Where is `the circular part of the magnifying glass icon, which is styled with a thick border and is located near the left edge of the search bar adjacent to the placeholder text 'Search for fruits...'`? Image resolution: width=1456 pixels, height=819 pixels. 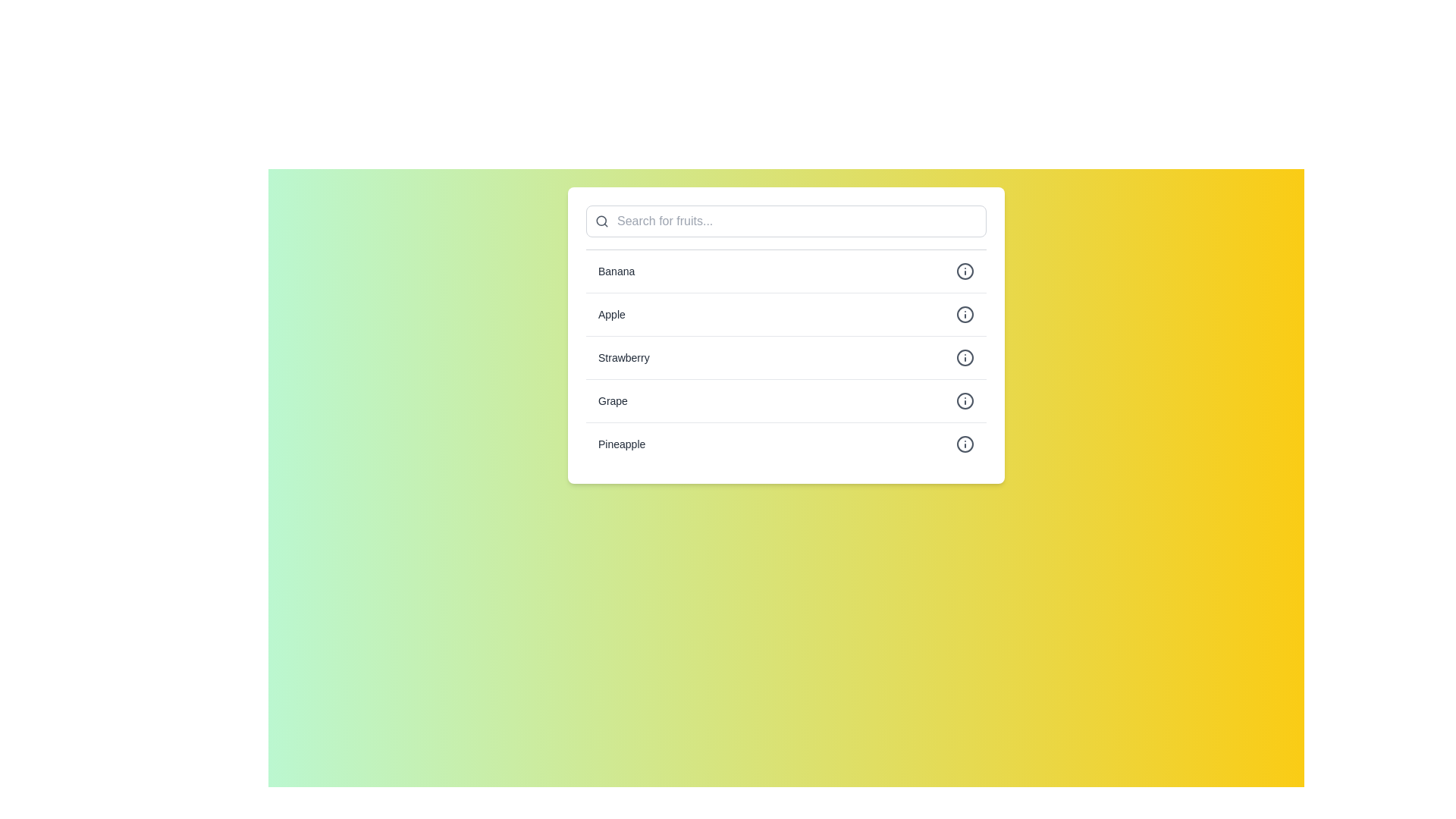
the circular part of the magnifying glass icon, which is styled with a thick border and is located near the left edge of the search bar adjacent to the placeholder text 'Search for fruits...' is located at coordinates (601, 221).